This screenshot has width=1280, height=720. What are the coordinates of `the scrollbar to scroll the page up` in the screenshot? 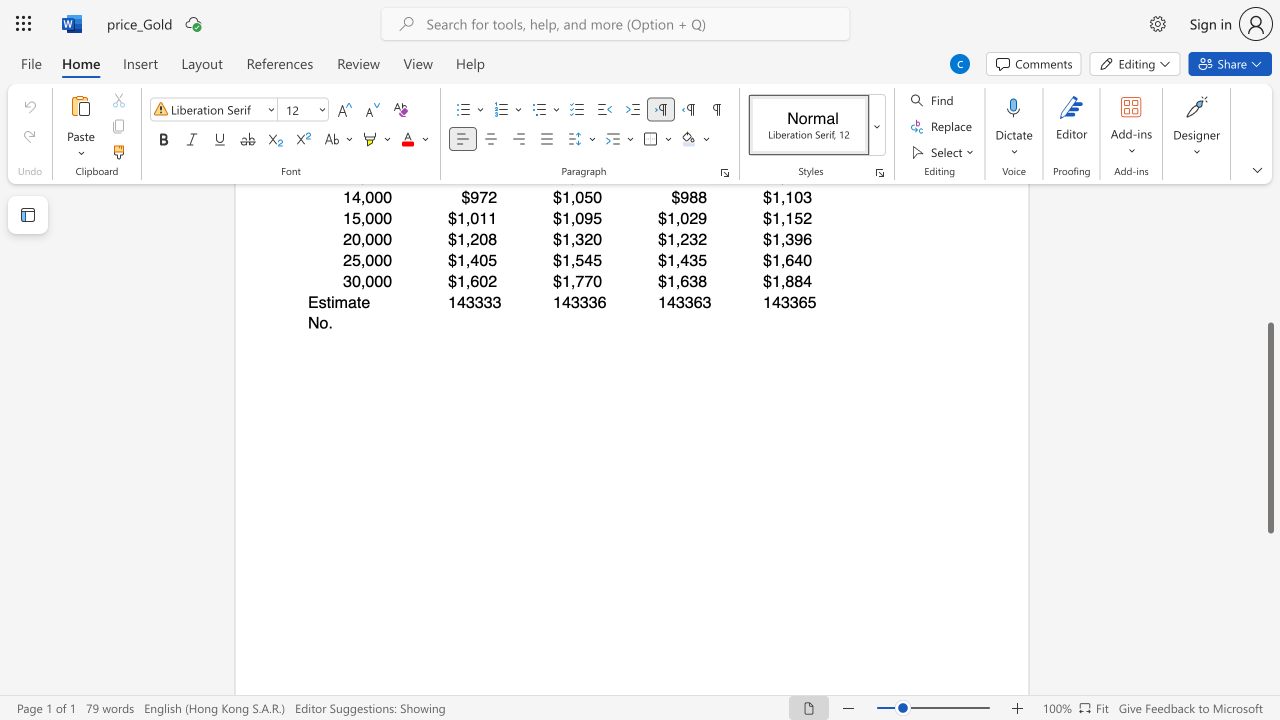 It's located at (1269, 228).